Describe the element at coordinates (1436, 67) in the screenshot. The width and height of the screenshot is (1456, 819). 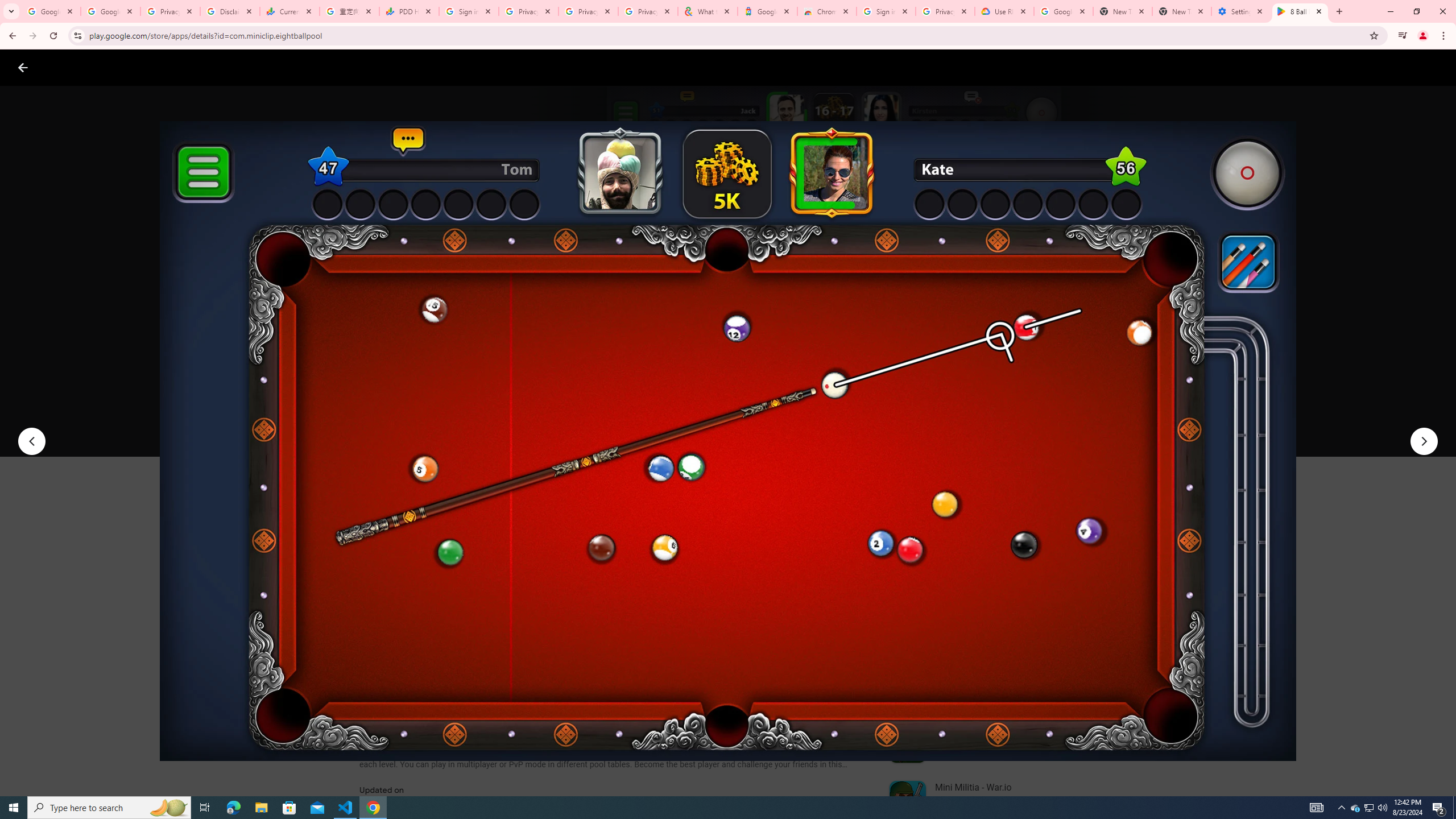
I see `'Open account menu'` at that location.